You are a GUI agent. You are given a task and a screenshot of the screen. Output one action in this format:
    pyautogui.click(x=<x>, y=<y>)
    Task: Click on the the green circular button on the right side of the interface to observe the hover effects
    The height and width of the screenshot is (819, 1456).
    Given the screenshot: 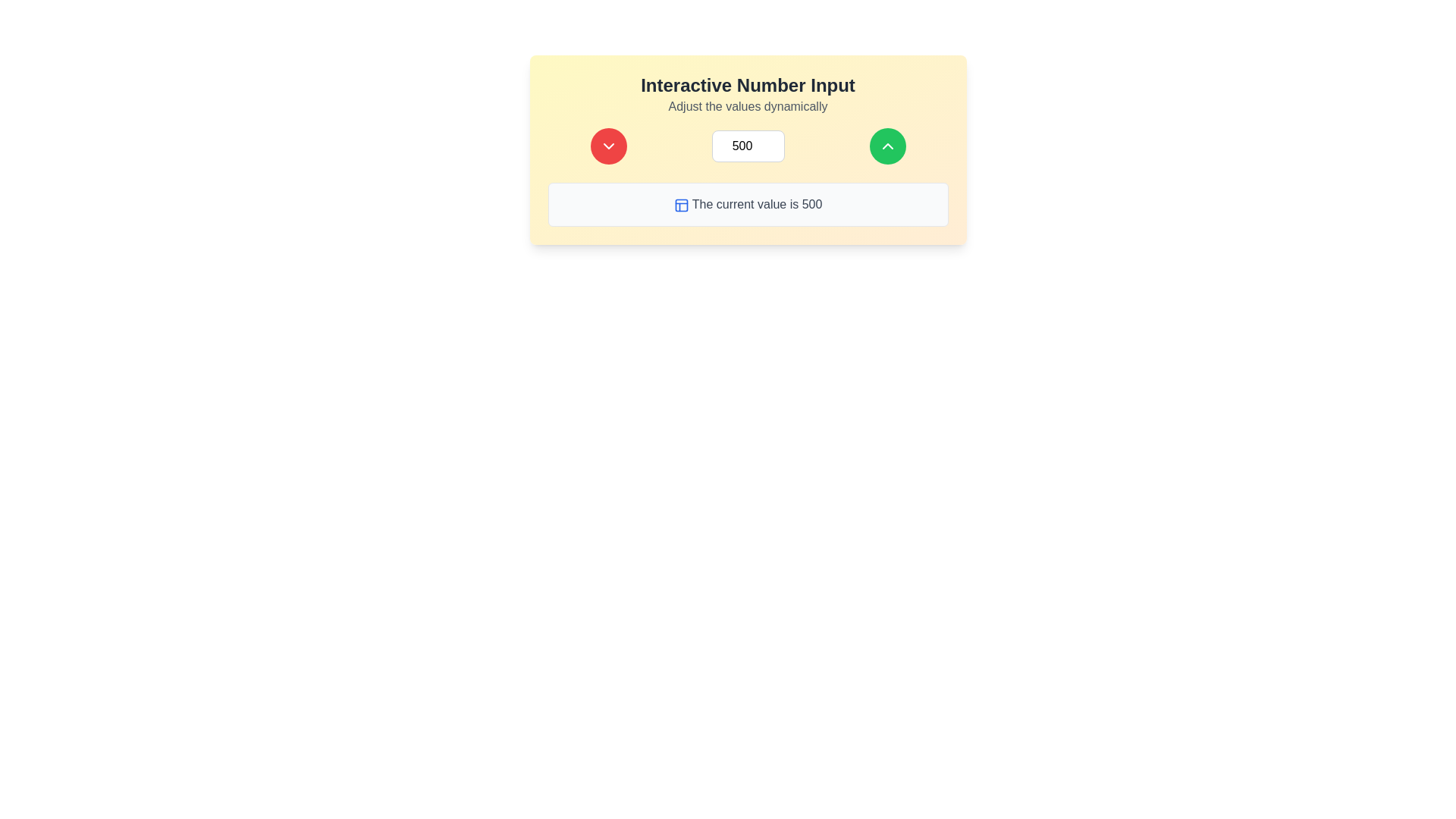 What is the action you would take?
    pyautogui.click(x=887, y=146)
    